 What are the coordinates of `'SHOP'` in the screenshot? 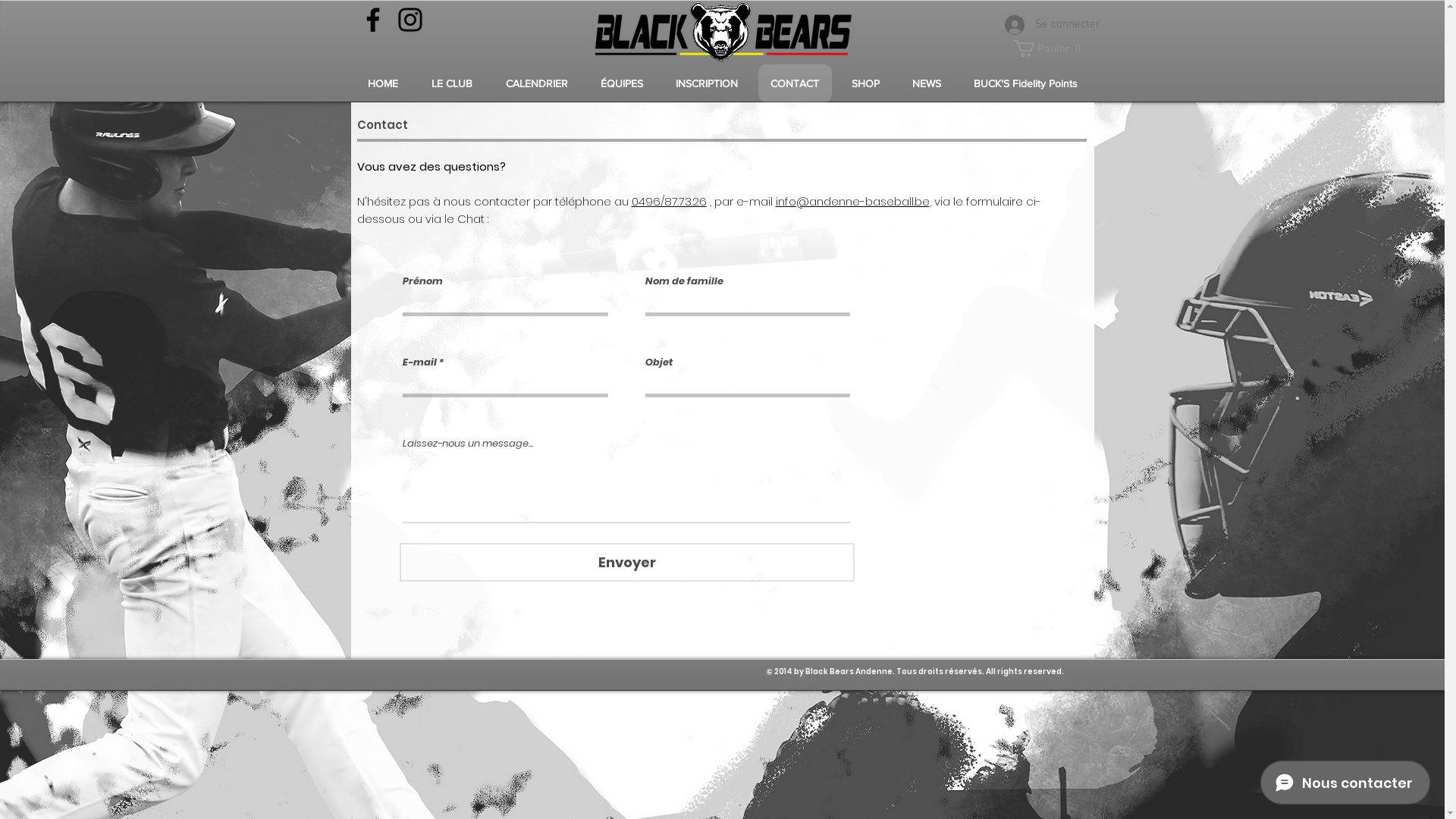 It's located at (865, 83).